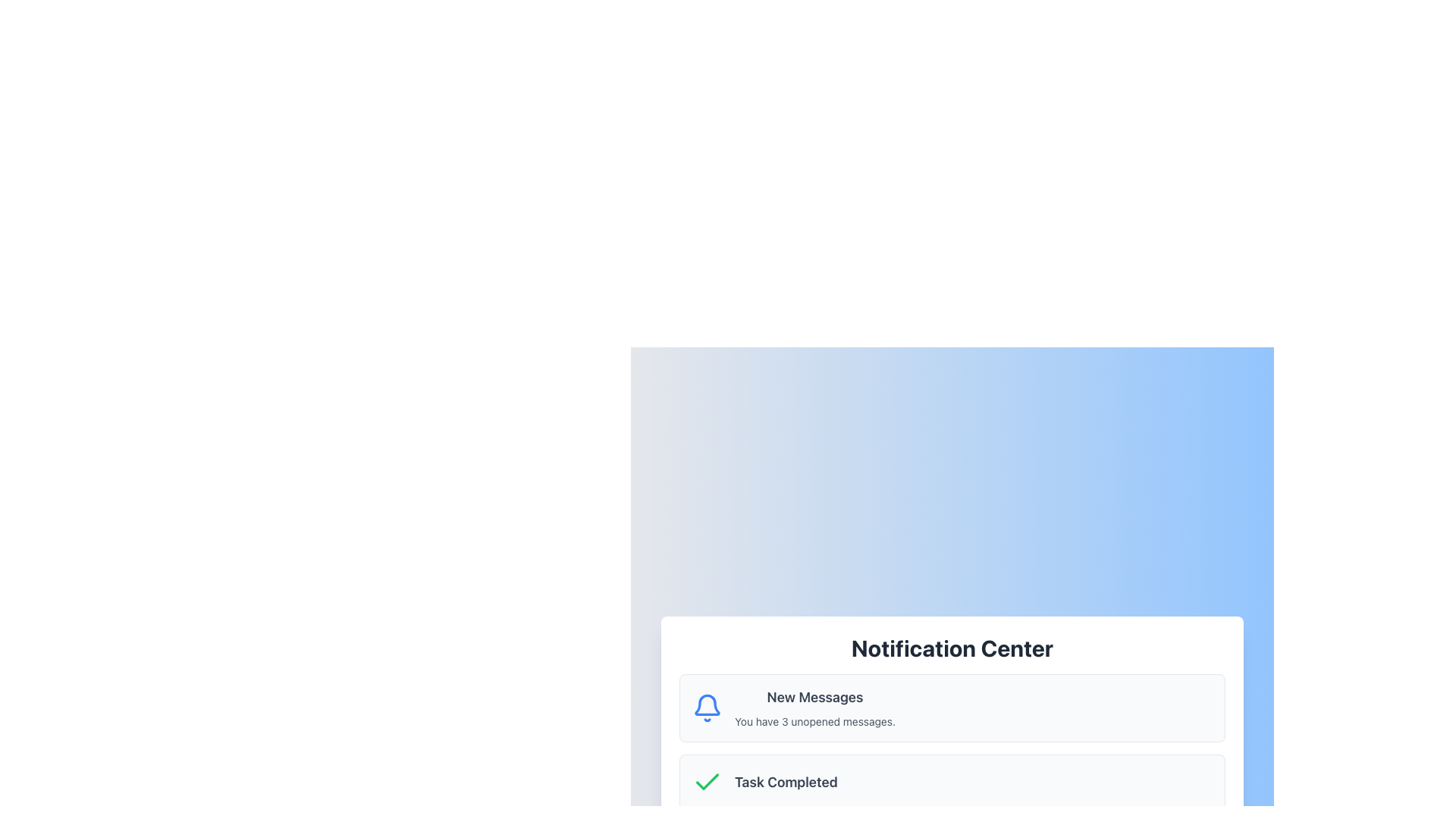 Image resolution: width=1456 pixels, height=819 pixels. What do you see at coordinates (786, 783) in the screenshot?
I see `the text label displaying 'Task Completed' in a bold, gray font, which is part of a notification interface and positioned next to a green checkmark icon` at bounding box center [786, 783].